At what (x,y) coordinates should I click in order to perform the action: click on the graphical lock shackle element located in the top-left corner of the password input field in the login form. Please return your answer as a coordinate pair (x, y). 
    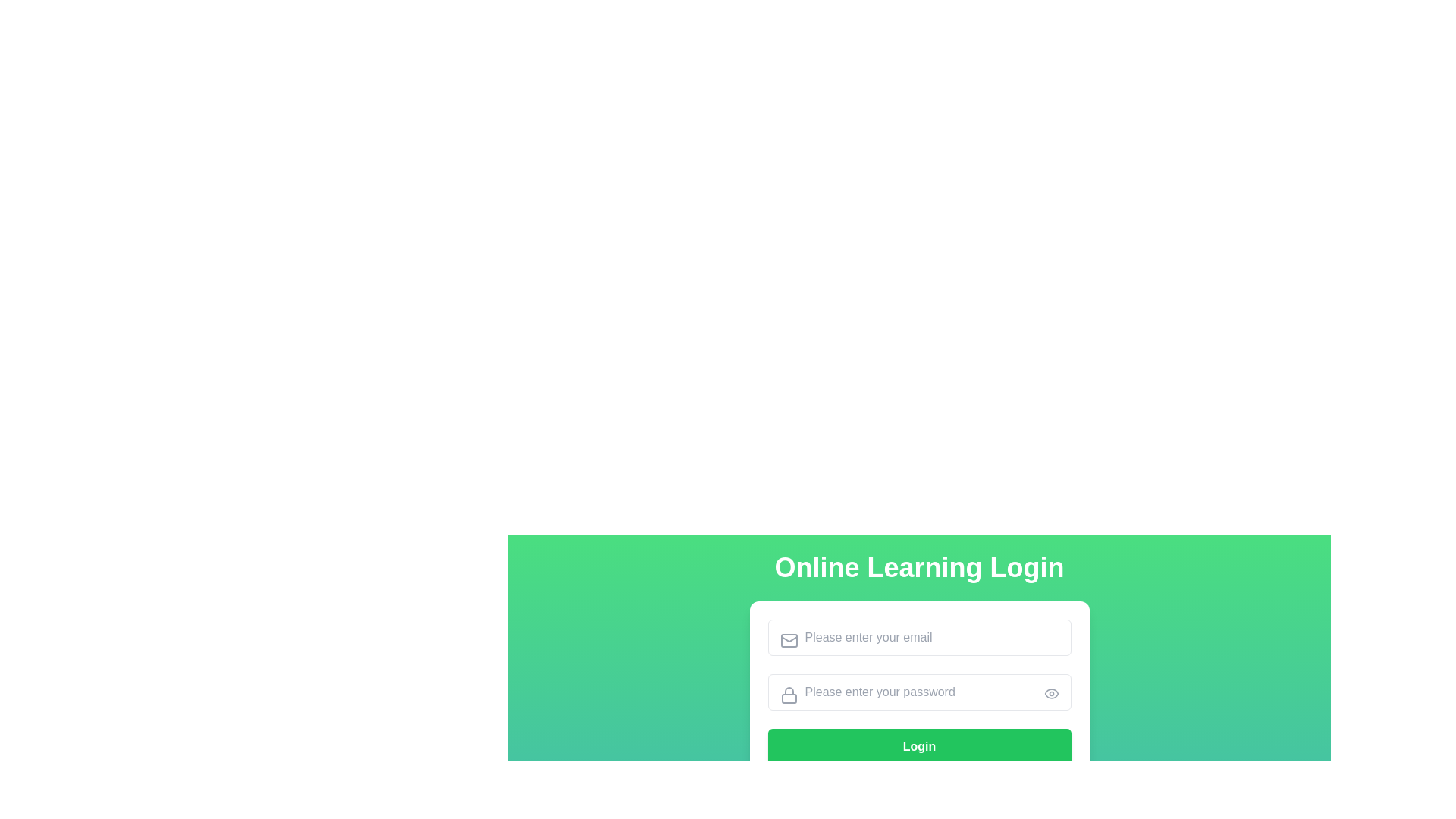
    Looking at the image, I should click on (789, 691).